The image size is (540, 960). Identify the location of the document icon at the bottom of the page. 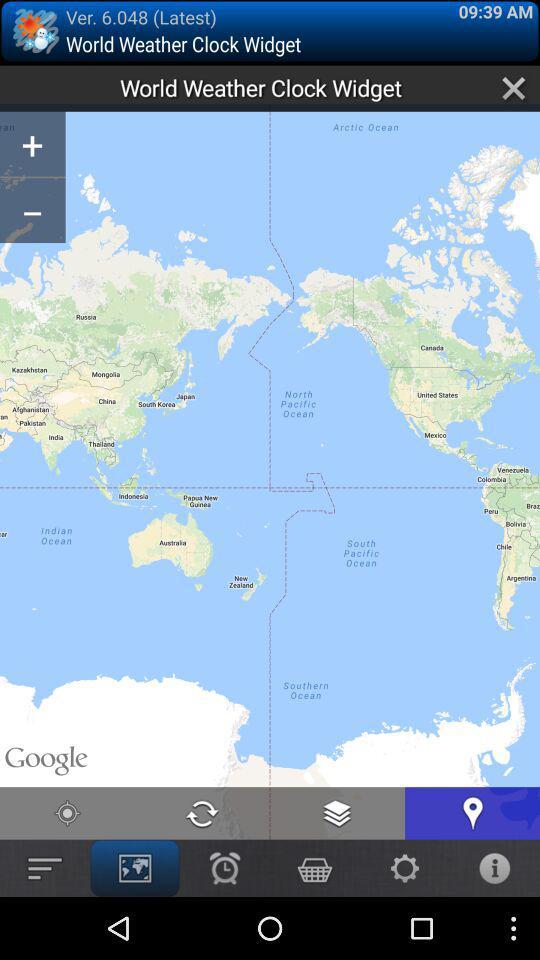
(337, 813).